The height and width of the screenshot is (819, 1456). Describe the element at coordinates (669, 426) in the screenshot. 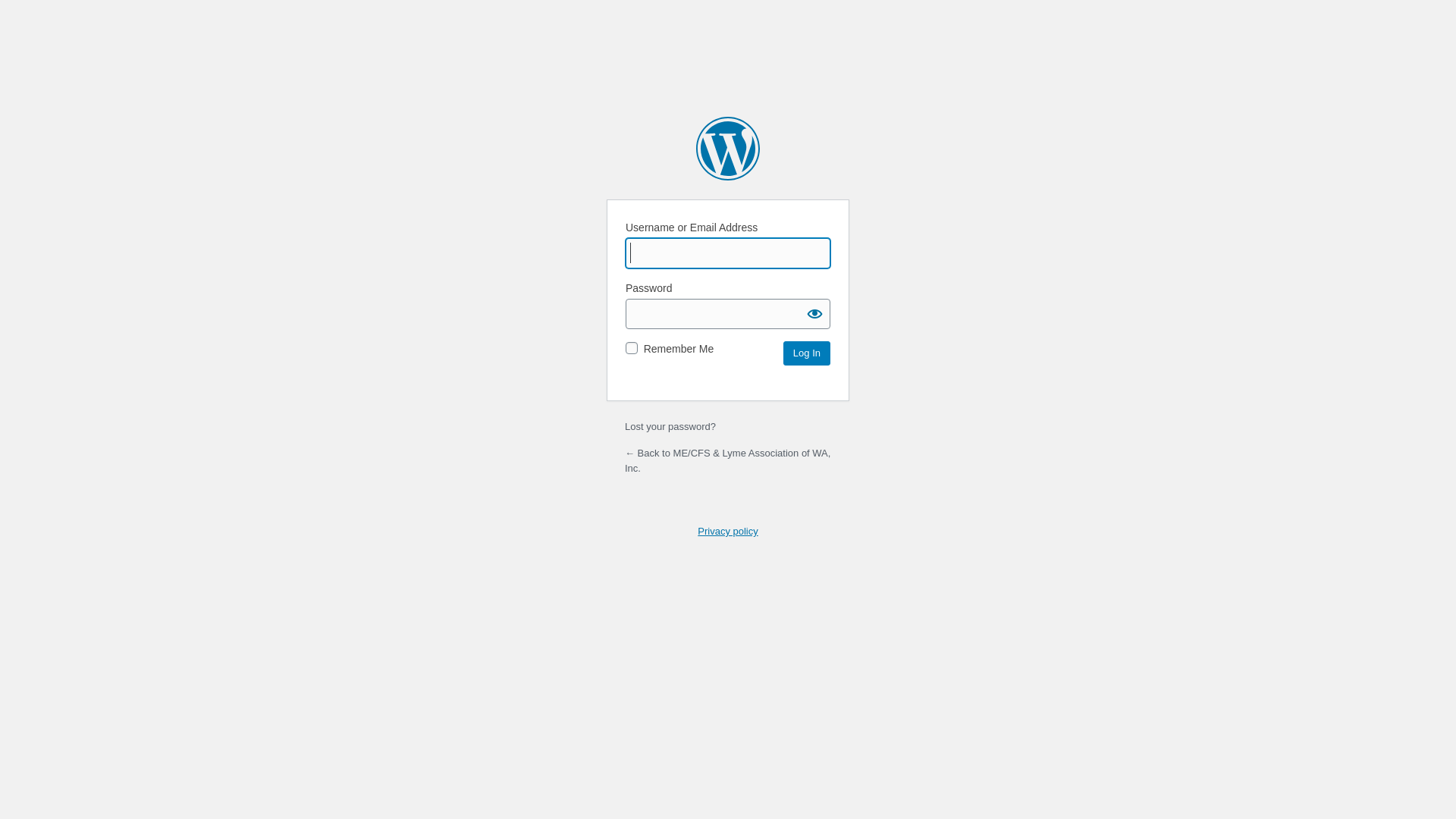

I see `'Lost your password?'` at that location.